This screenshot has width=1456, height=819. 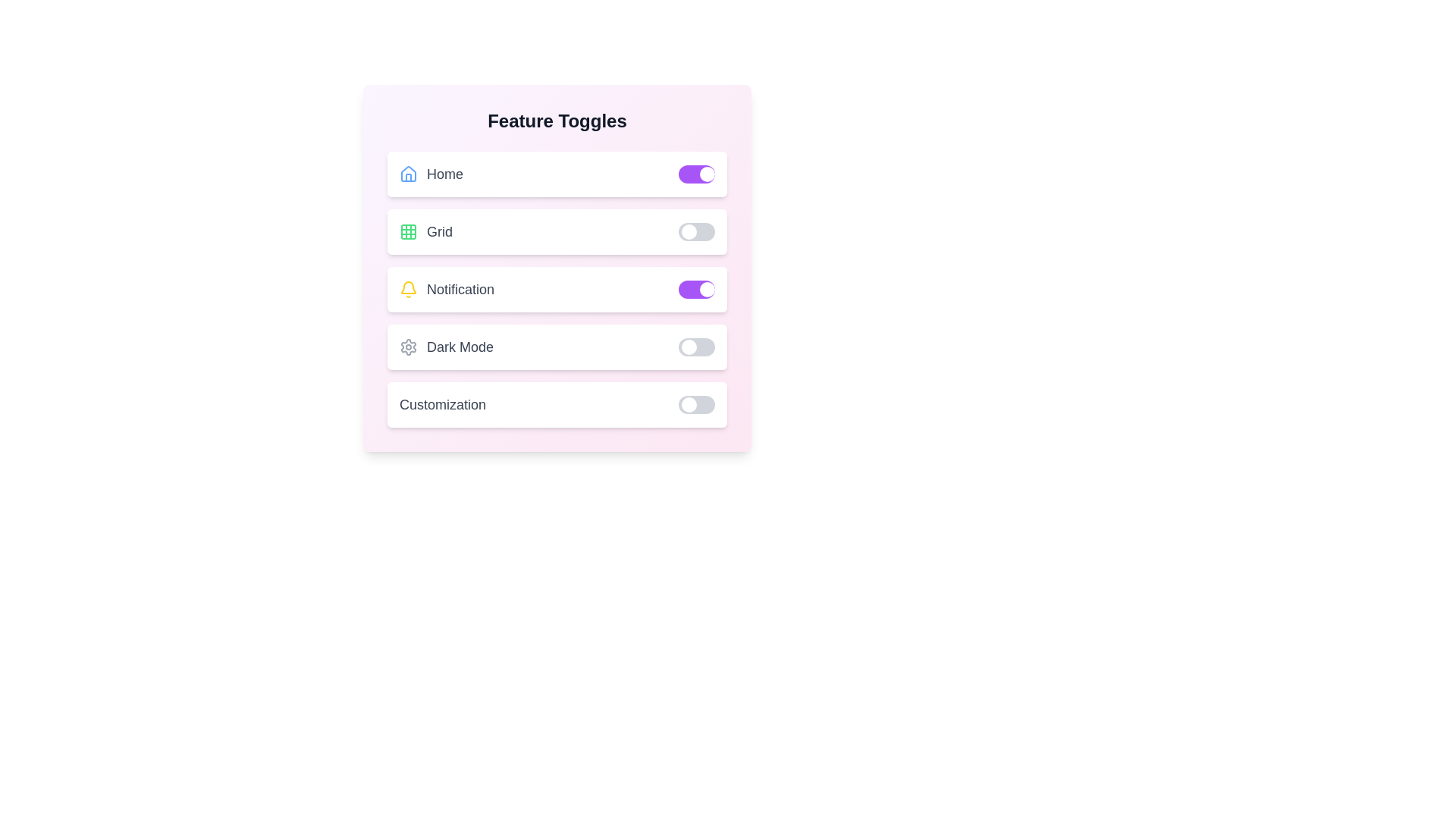 What do you see at coordinates (695, 231) in the screenshot?
I see `the toggle switch associated with the 'Grid' option` at bounding box center [695, 231].